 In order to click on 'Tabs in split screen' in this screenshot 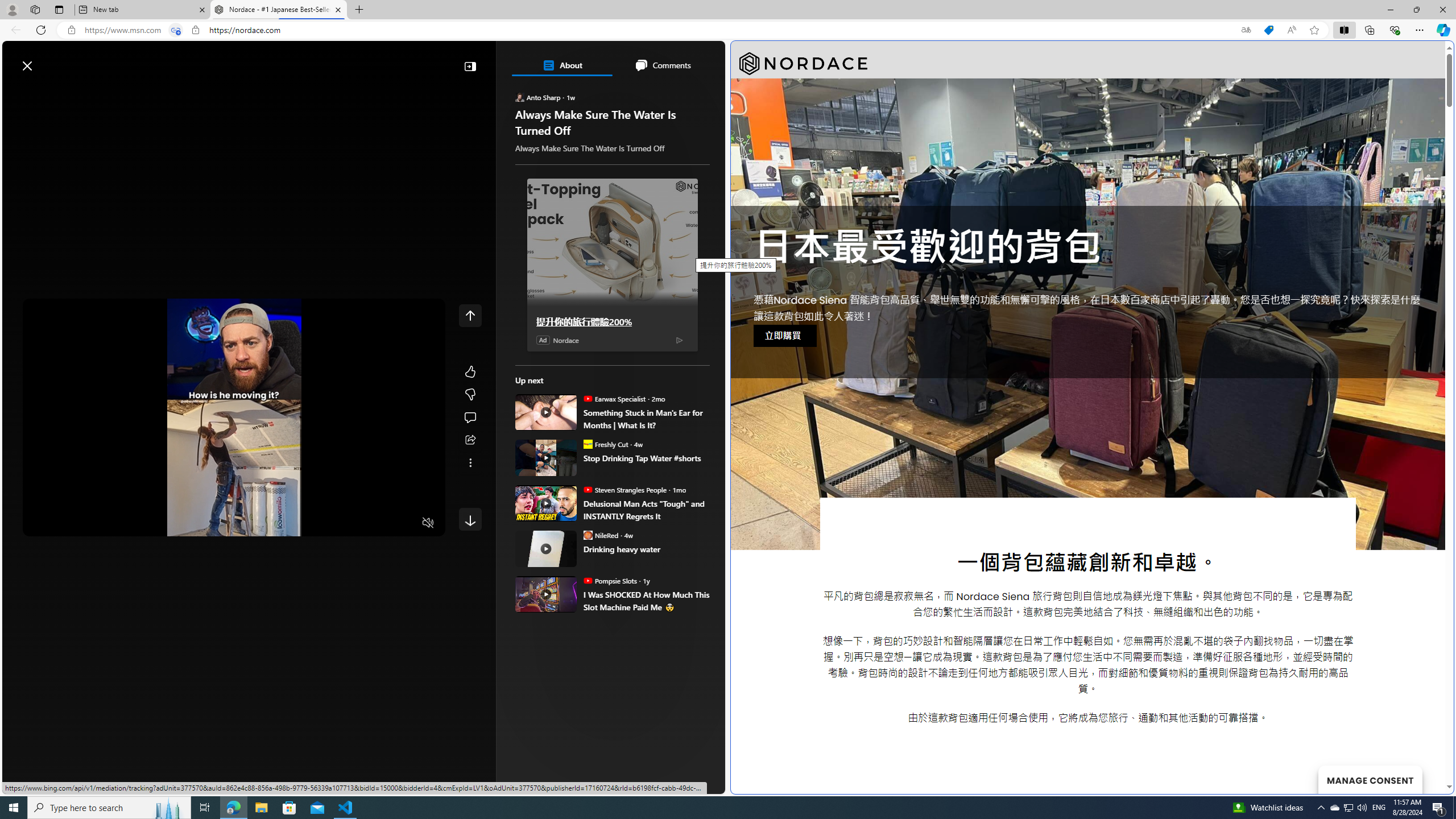, I will do `click(176, 30)`.